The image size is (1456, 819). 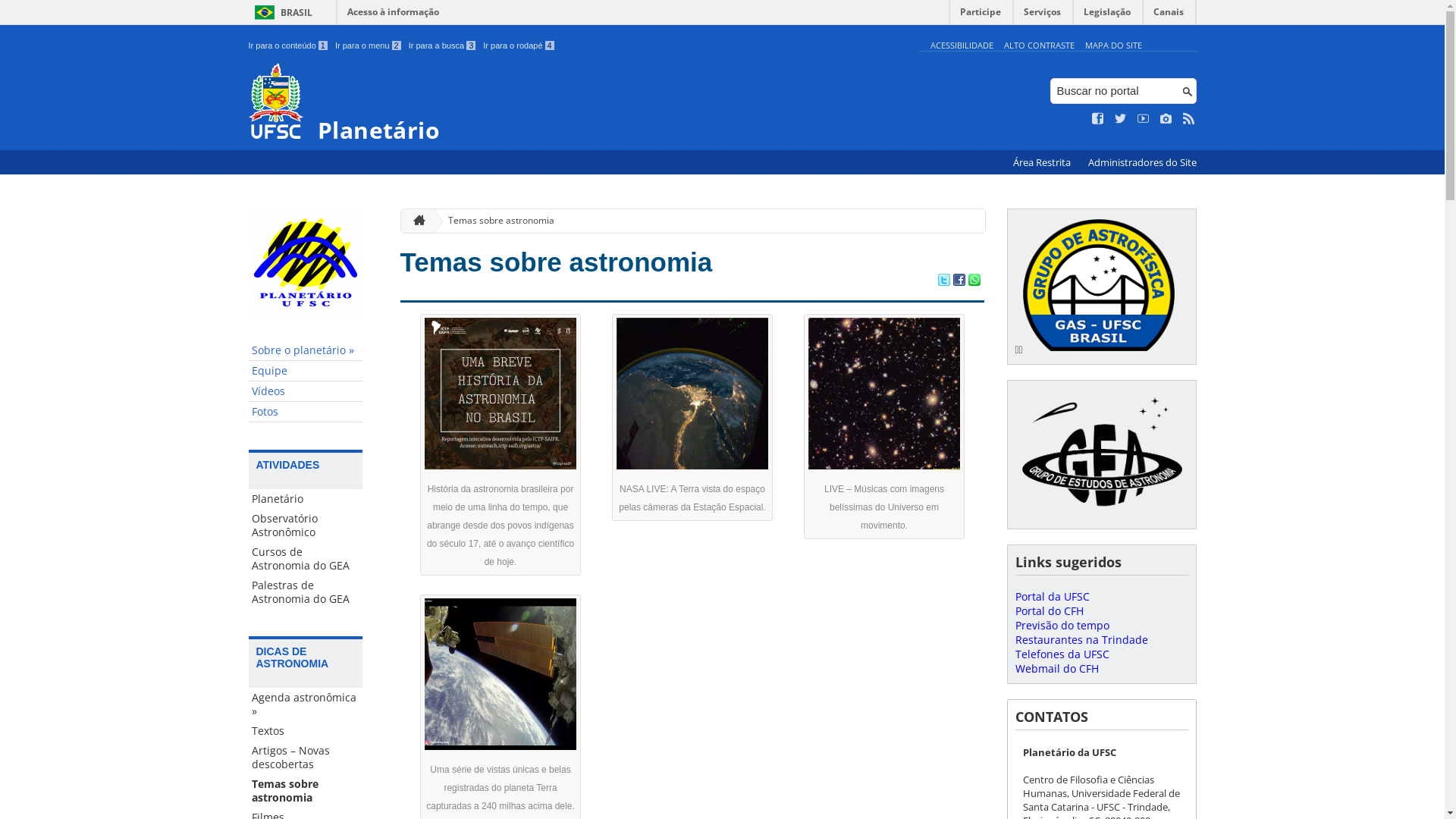 What do you see at coordinates (1098, 118) in the screenshot?
I see `'Curta no Facebook'` at bounding box center [1098, 118].